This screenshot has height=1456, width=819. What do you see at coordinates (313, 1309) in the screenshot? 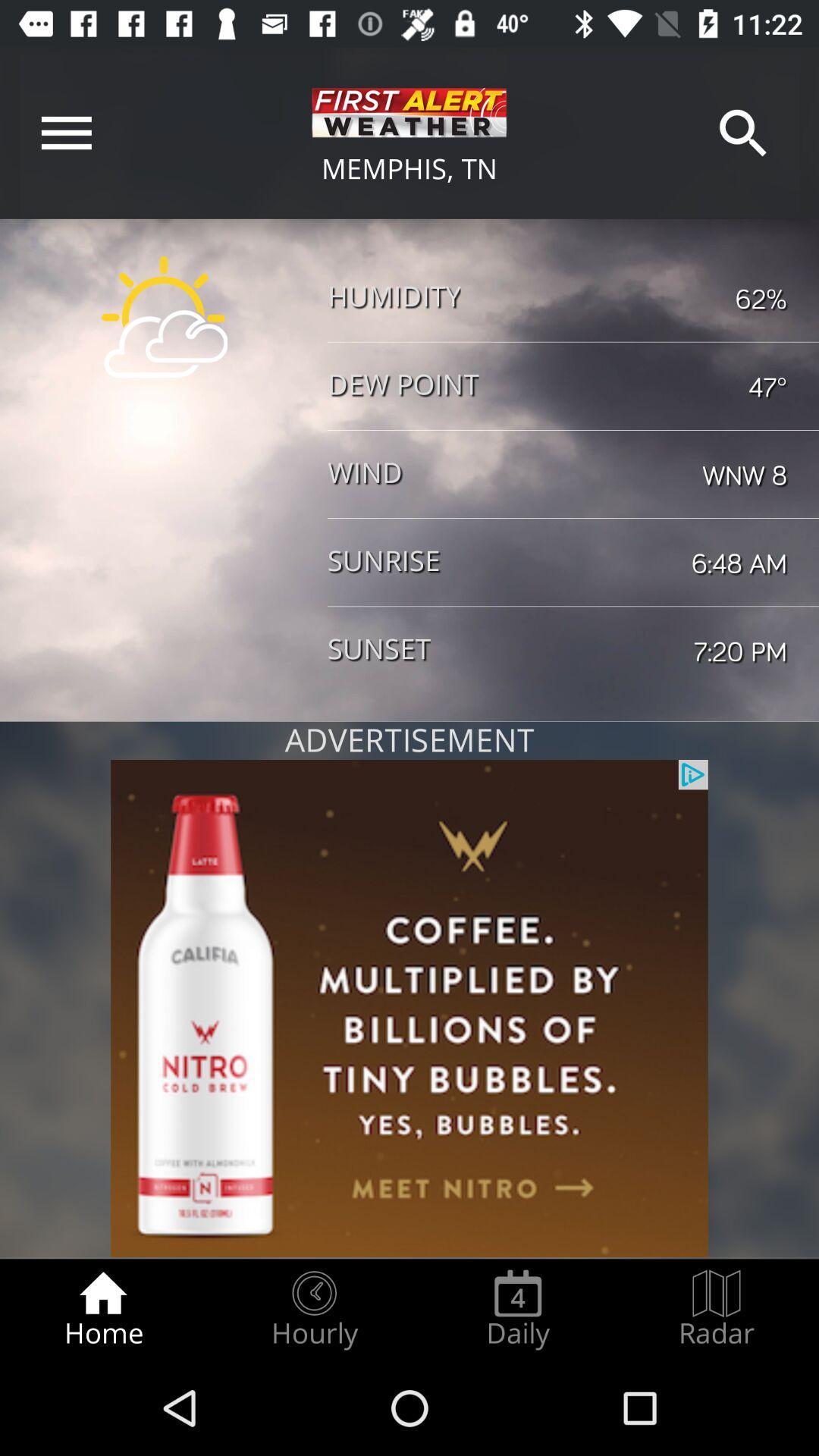
I see `icon next to the home radio button` at bounding box center [313, 1309].